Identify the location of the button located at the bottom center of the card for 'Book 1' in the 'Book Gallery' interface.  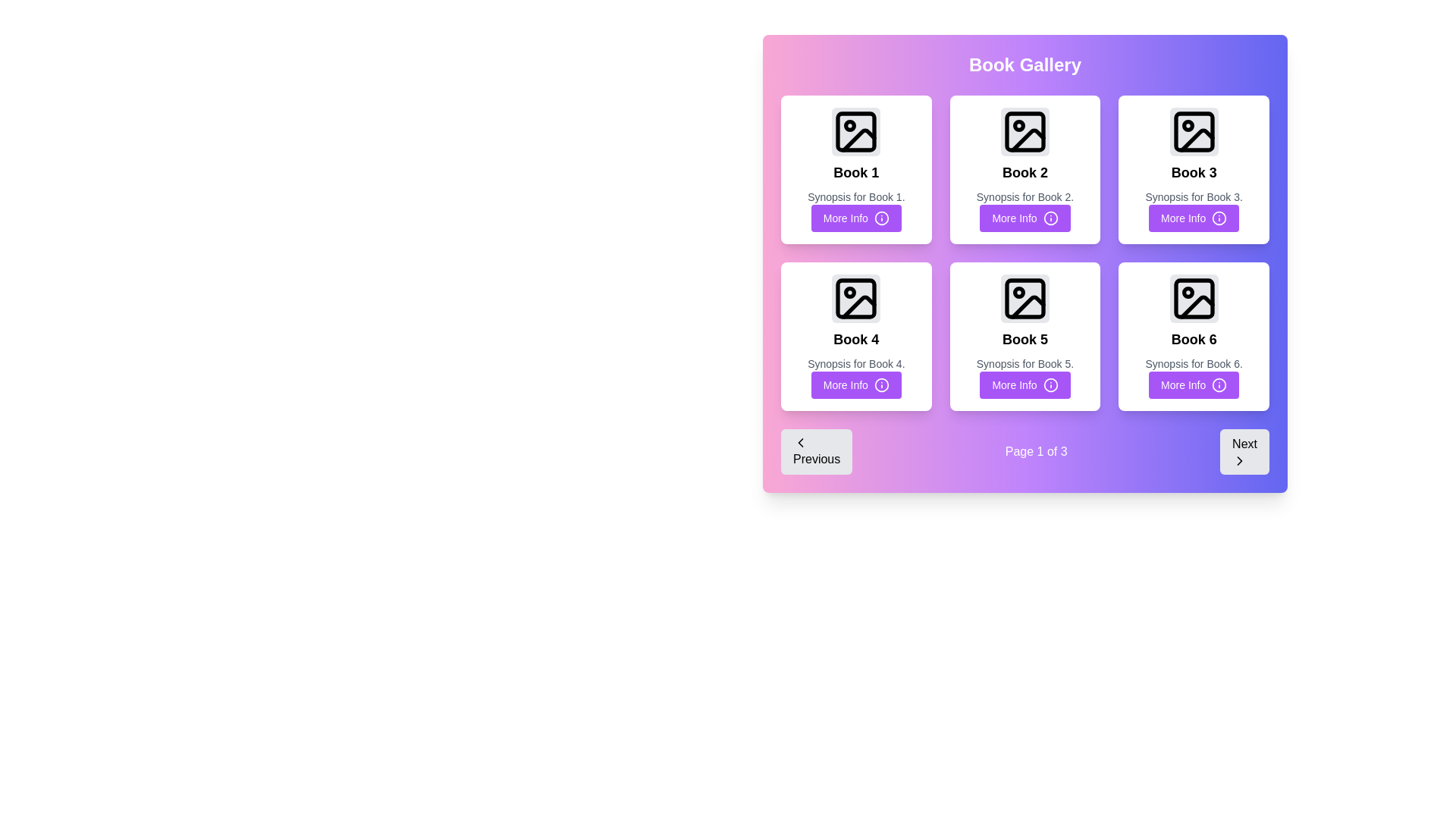
(855, 218).